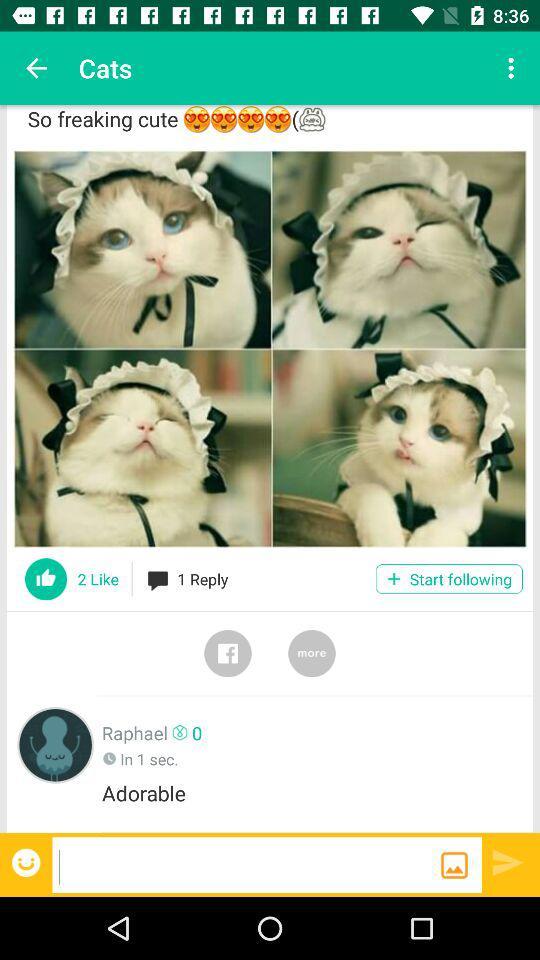  Describe the element at coordinates (36, 68) in the screenshot. I see `item above so freaking cute` at that location.